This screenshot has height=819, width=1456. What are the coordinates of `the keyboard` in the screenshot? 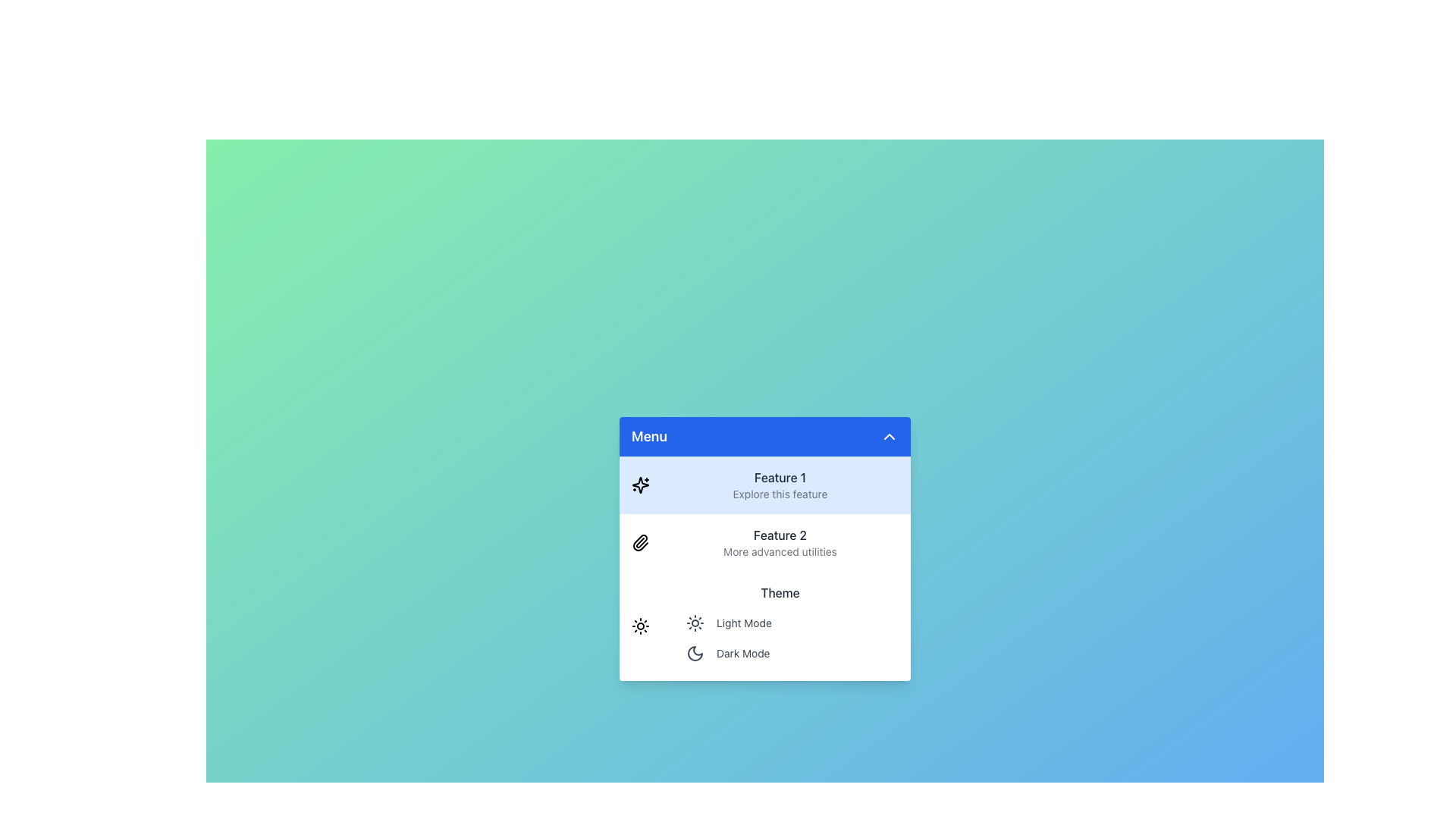 It's located at (789, 638).